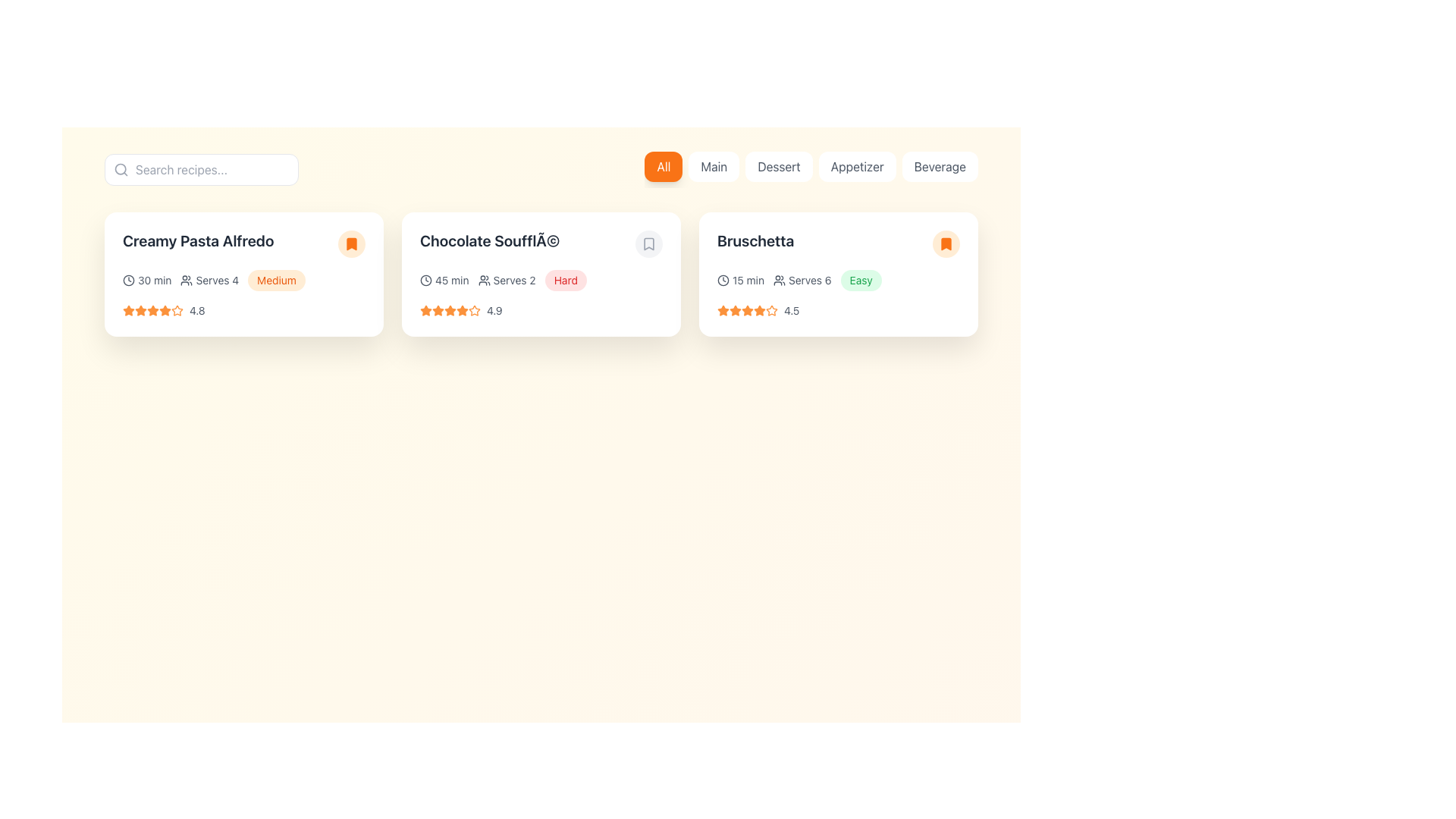  I want to click on the third star icon in the rating system below the title of the 'Bruschetta' recipe card to assign a rating, so click(759, 309).